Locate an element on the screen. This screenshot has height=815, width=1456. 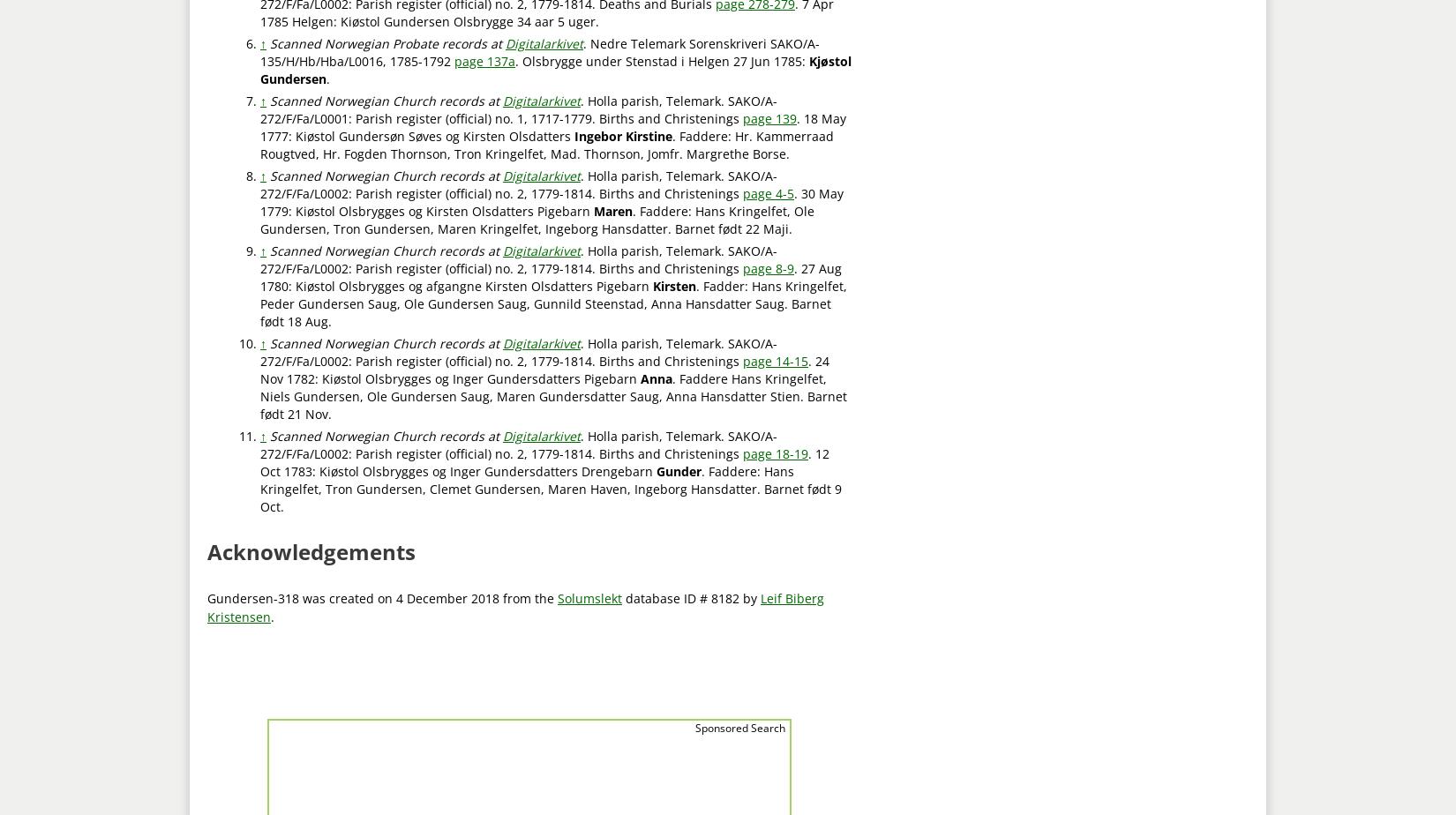
'. Faddere: Hans Kringelfet, Tron Gundersen, Clemet Gundersen, Maren Haven, Ingeborg Hansdatter. Barnet født 9 Oct.' is located at coordinates (550, 488).